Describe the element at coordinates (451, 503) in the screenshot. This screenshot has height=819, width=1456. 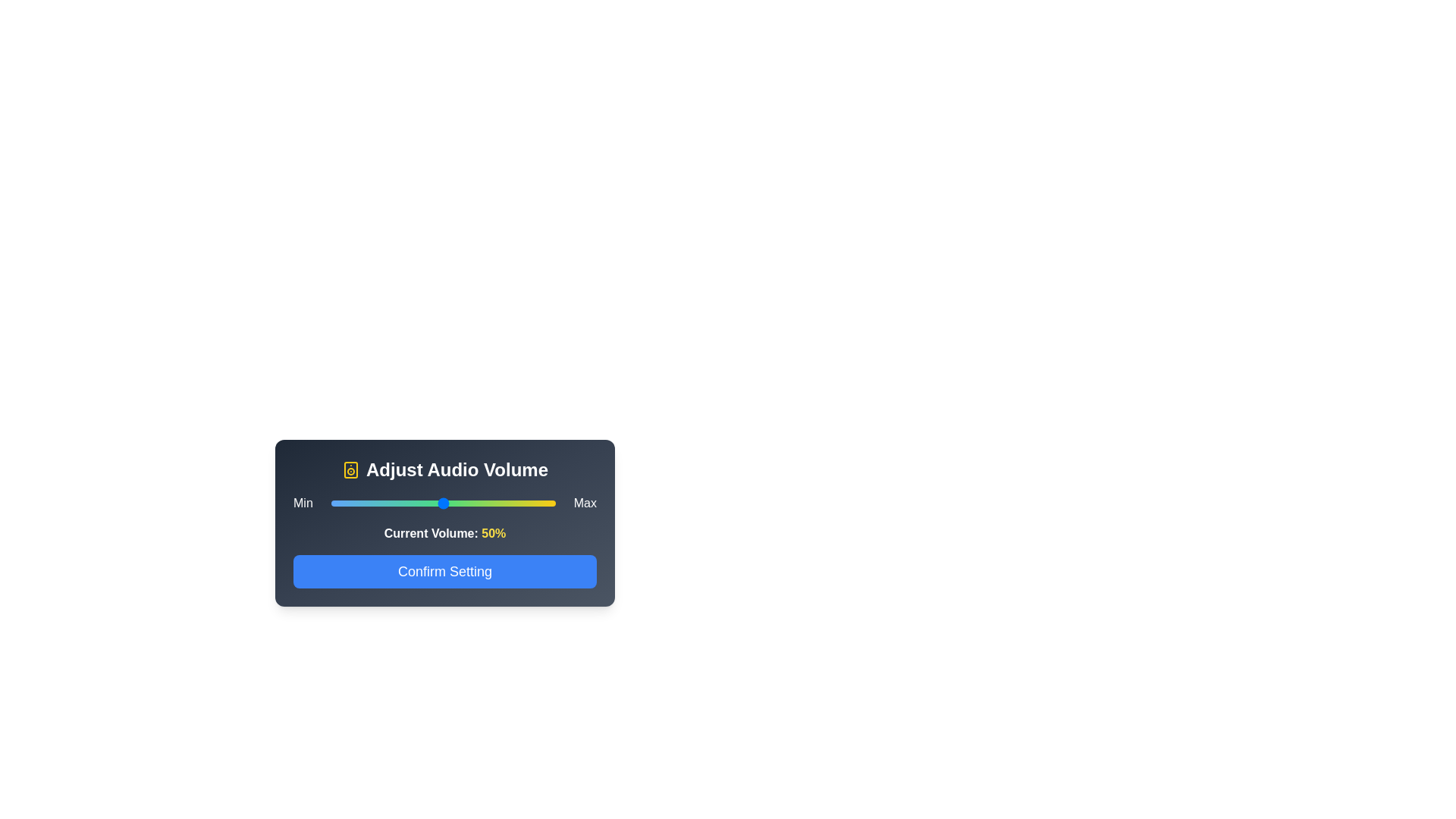
I see `the volume slider to 54%` at that location.